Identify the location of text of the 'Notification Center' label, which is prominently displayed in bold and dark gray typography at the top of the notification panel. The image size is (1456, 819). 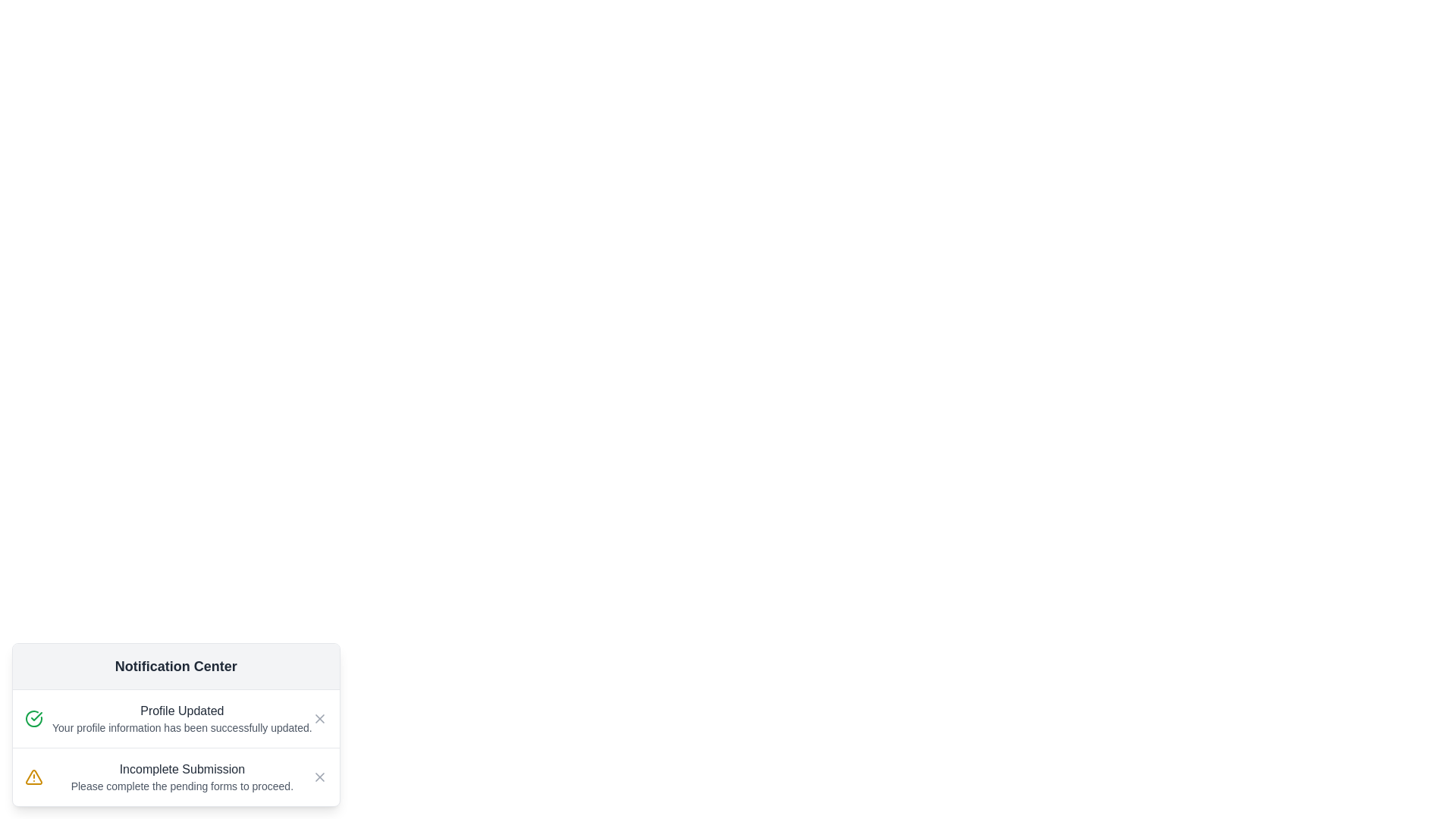
(176, 666).